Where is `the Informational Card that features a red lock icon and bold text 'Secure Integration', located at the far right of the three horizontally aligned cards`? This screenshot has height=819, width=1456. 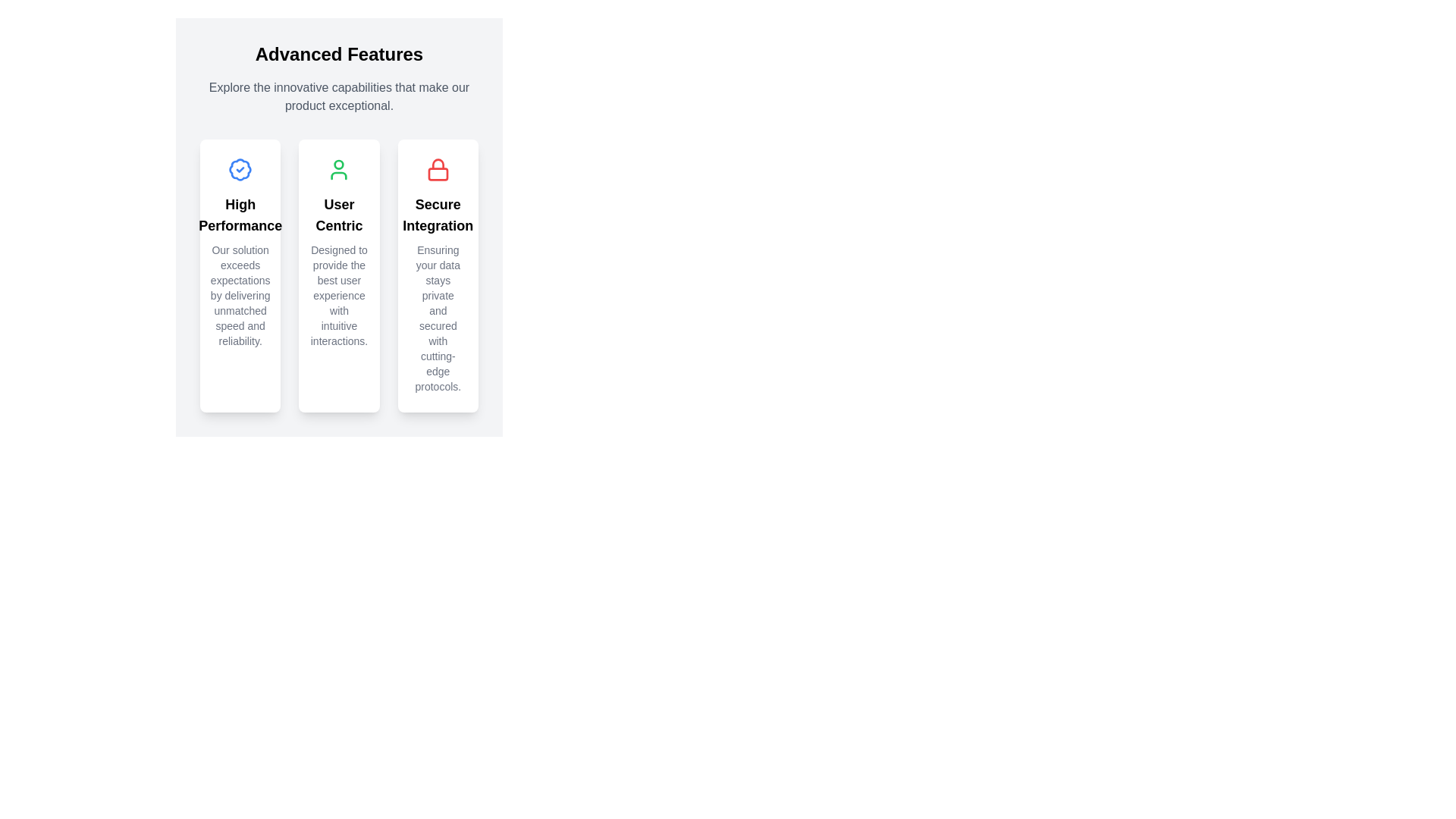
the Informational Card that features a red lock icon and bold text 'Secure Integration', located at the far right of the three horizontally aligned cards is located at coordinates (437, 275).